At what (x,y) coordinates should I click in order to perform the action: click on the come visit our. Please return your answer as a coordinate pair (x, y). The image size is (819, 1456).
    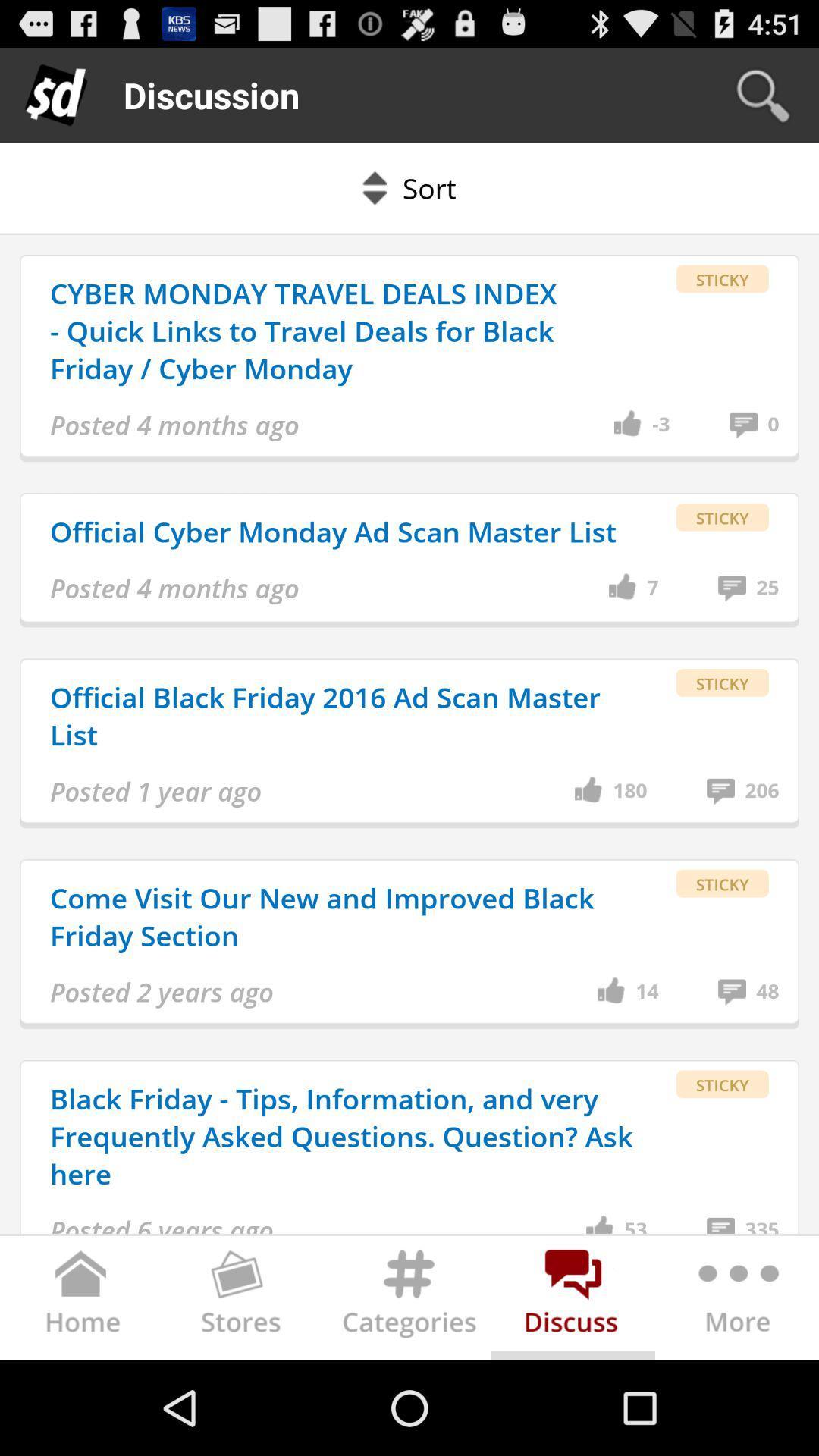
    Looking at the image, I should click on (344, 916).